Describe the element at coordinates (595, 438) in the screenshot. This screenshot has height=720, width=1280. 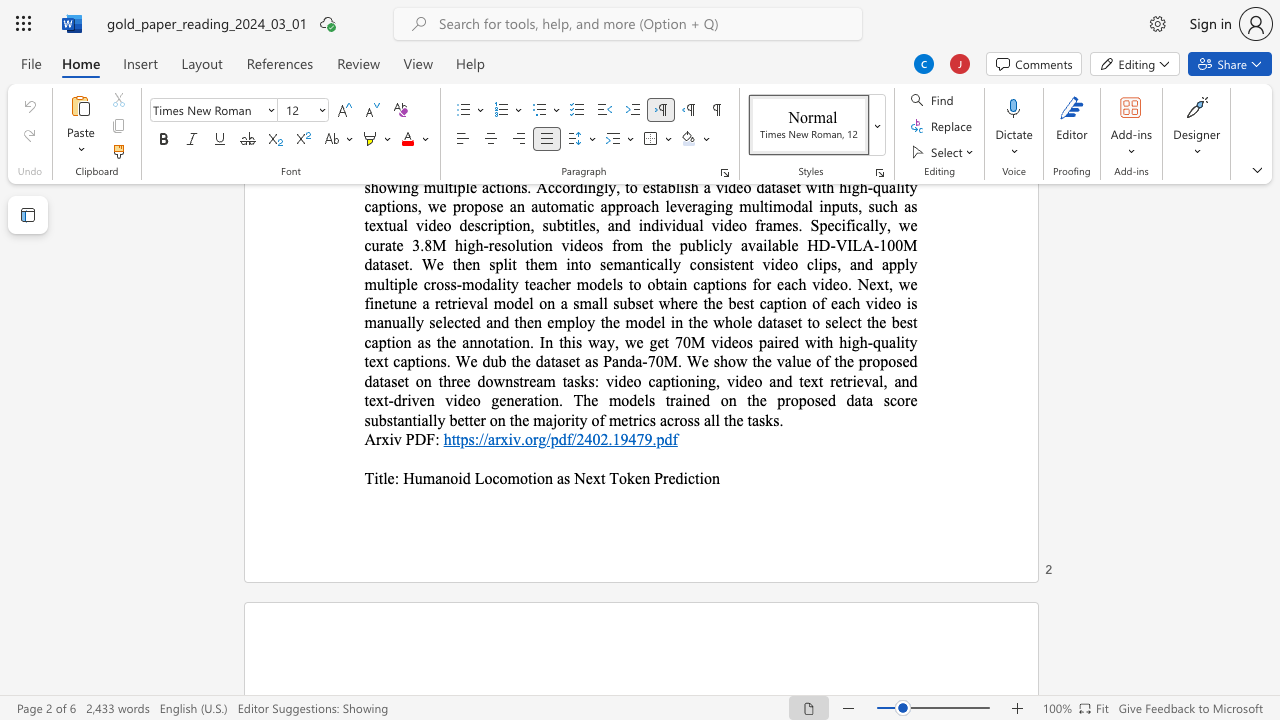
I see `the 1th character "0" in the text` at that location.